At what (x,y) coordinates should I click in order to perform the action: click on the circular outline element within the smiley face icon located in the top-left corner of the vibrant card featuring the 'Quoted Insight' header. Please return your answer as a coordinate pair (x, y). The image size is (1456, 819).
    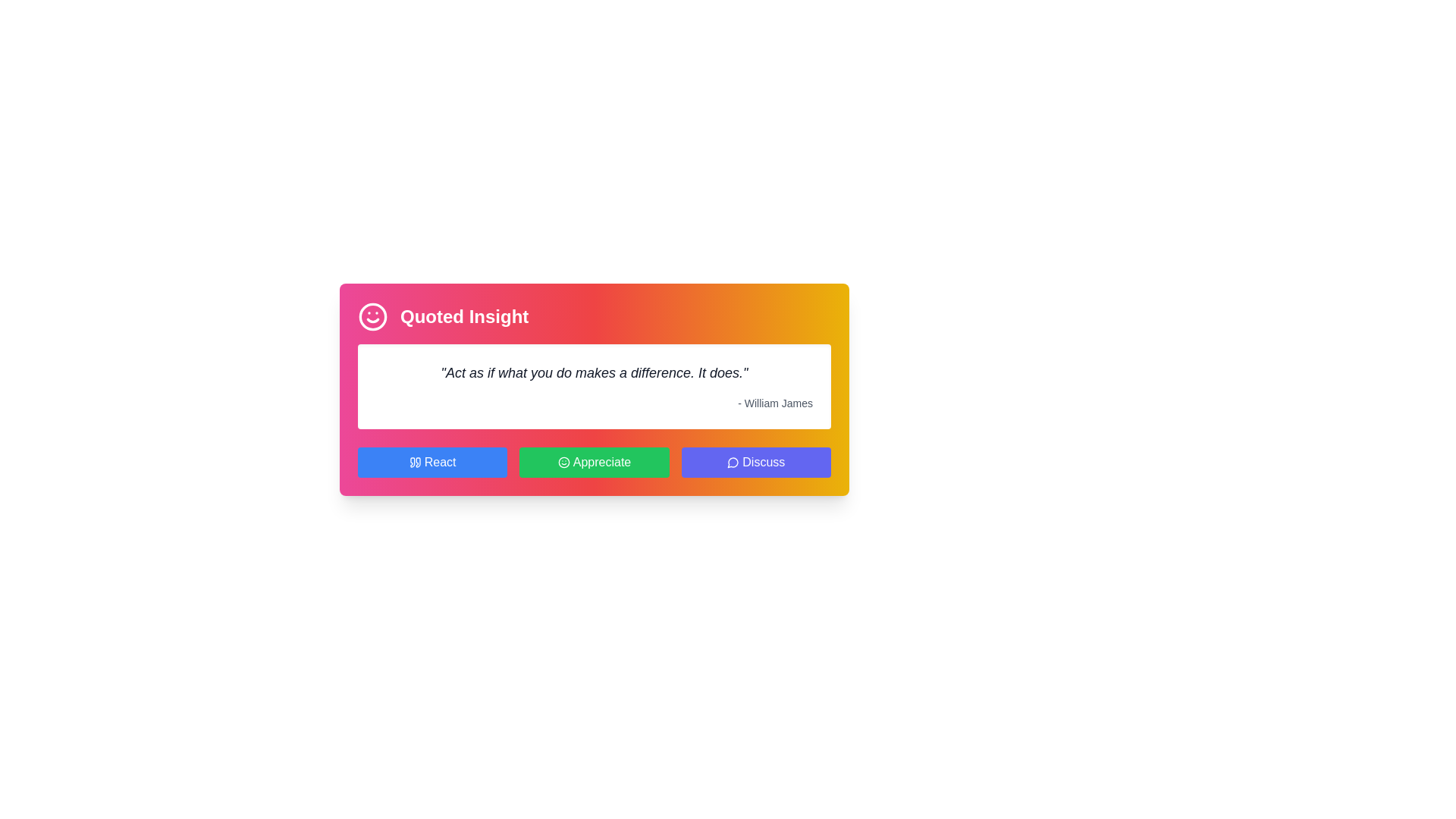
    Looking at the image, I should click on (563, 461).